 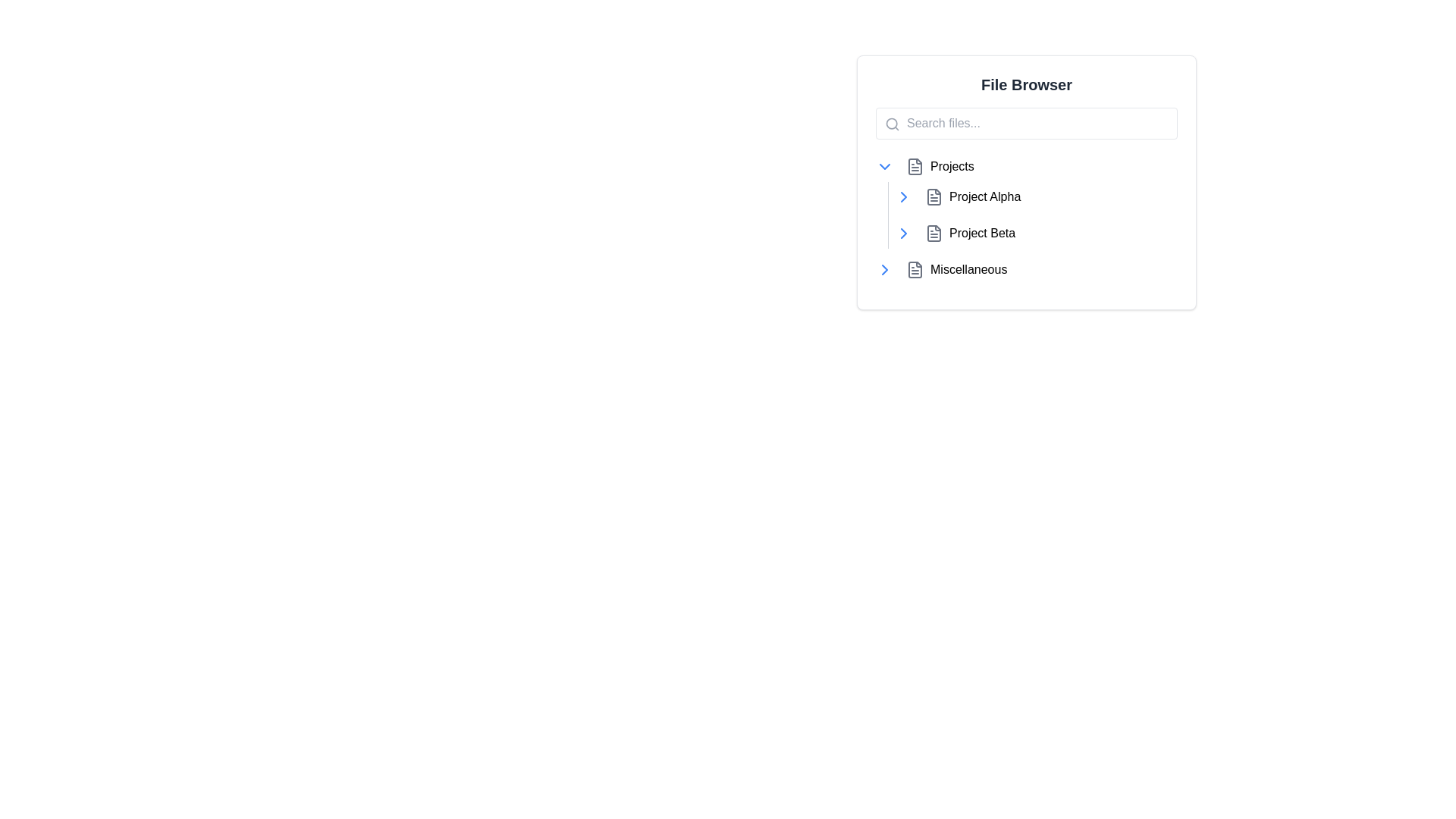 I want to click on the 'Miscellaneous' button with a document icon, so click(x=955, y=268).